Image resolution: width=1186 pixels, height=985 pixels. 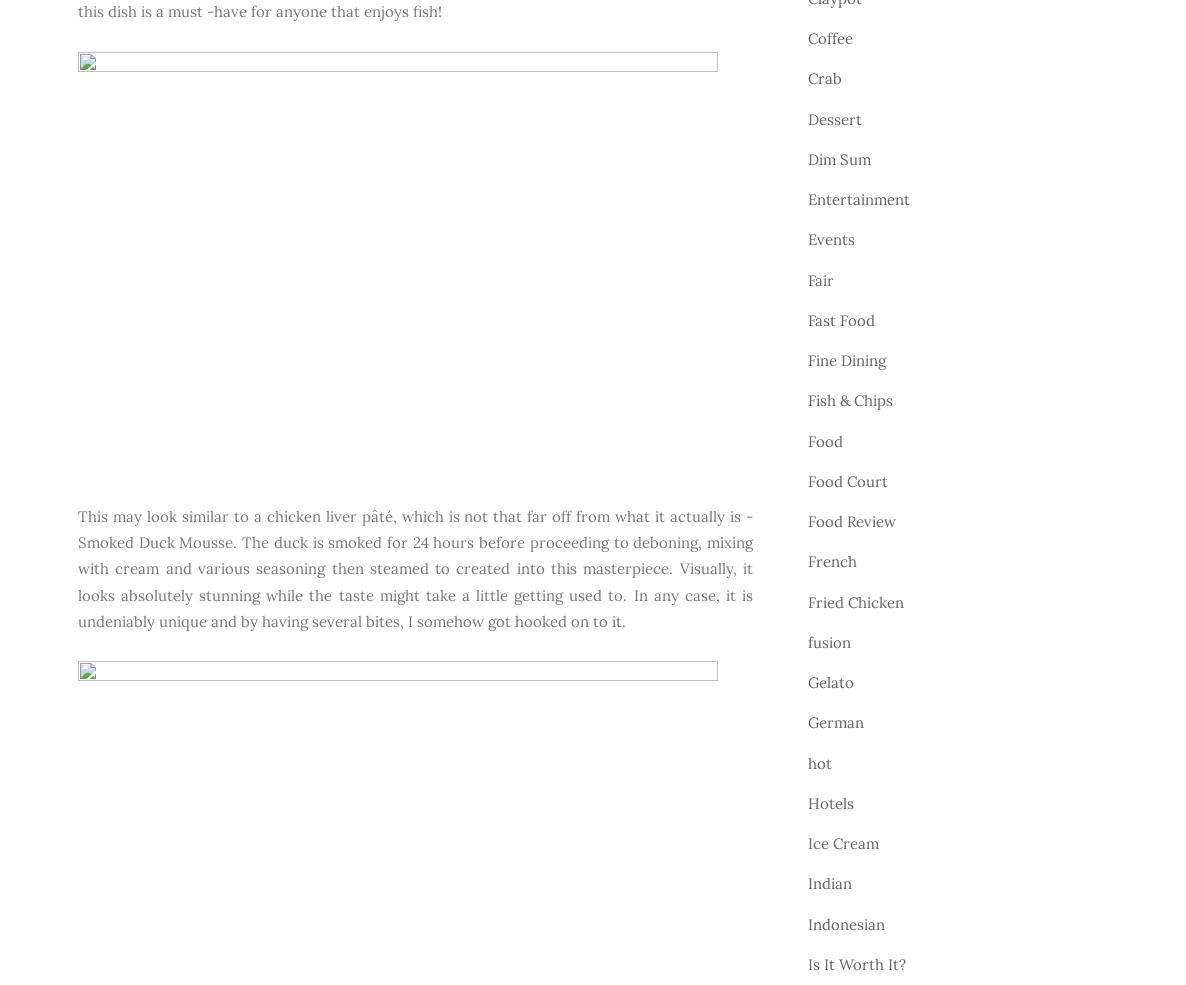 I want to click on 'Events', so click(x=830, y=238).